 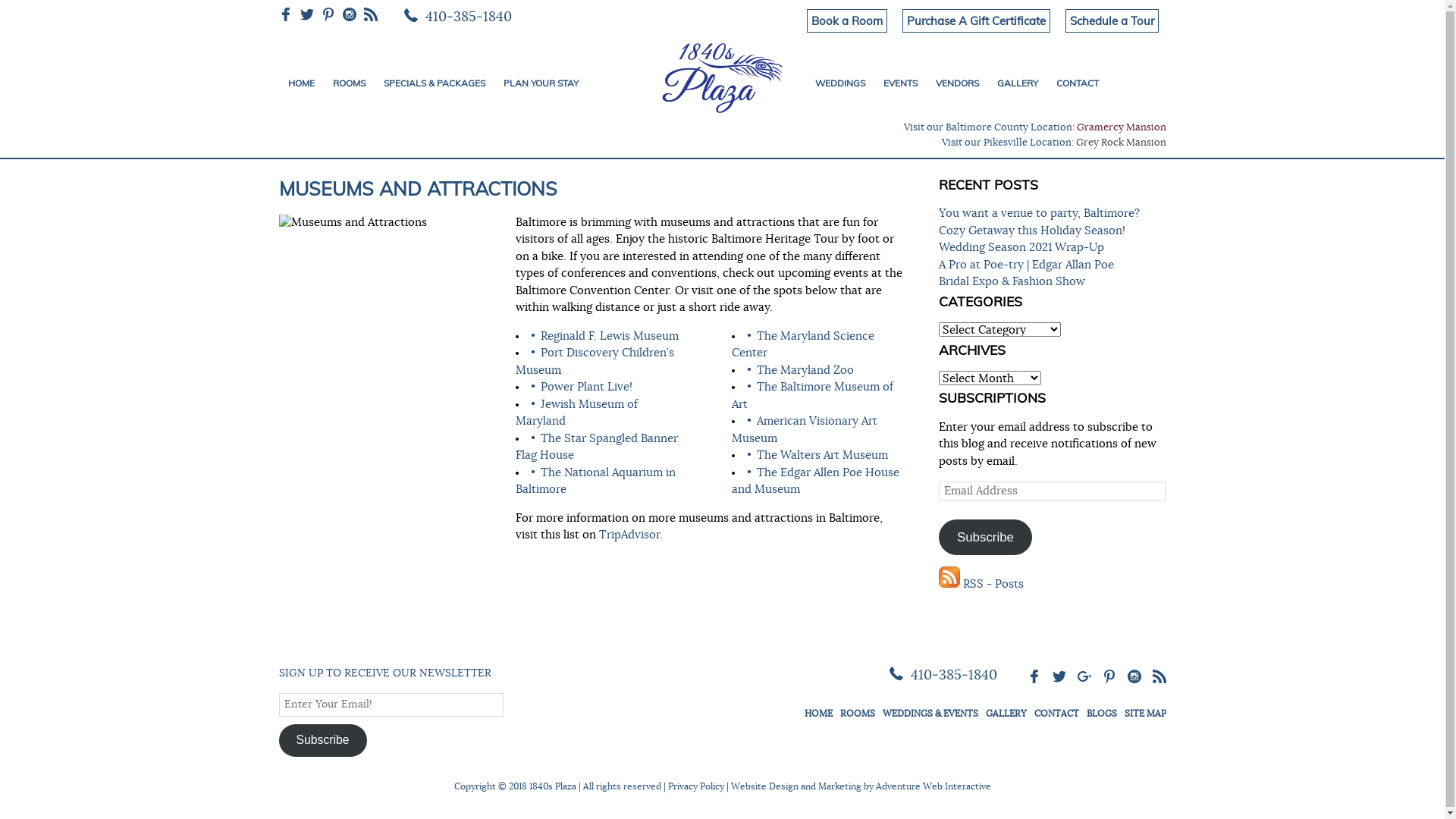 I want to click on 'Purchase A Gift Certificate', so click(x=976, y=20).